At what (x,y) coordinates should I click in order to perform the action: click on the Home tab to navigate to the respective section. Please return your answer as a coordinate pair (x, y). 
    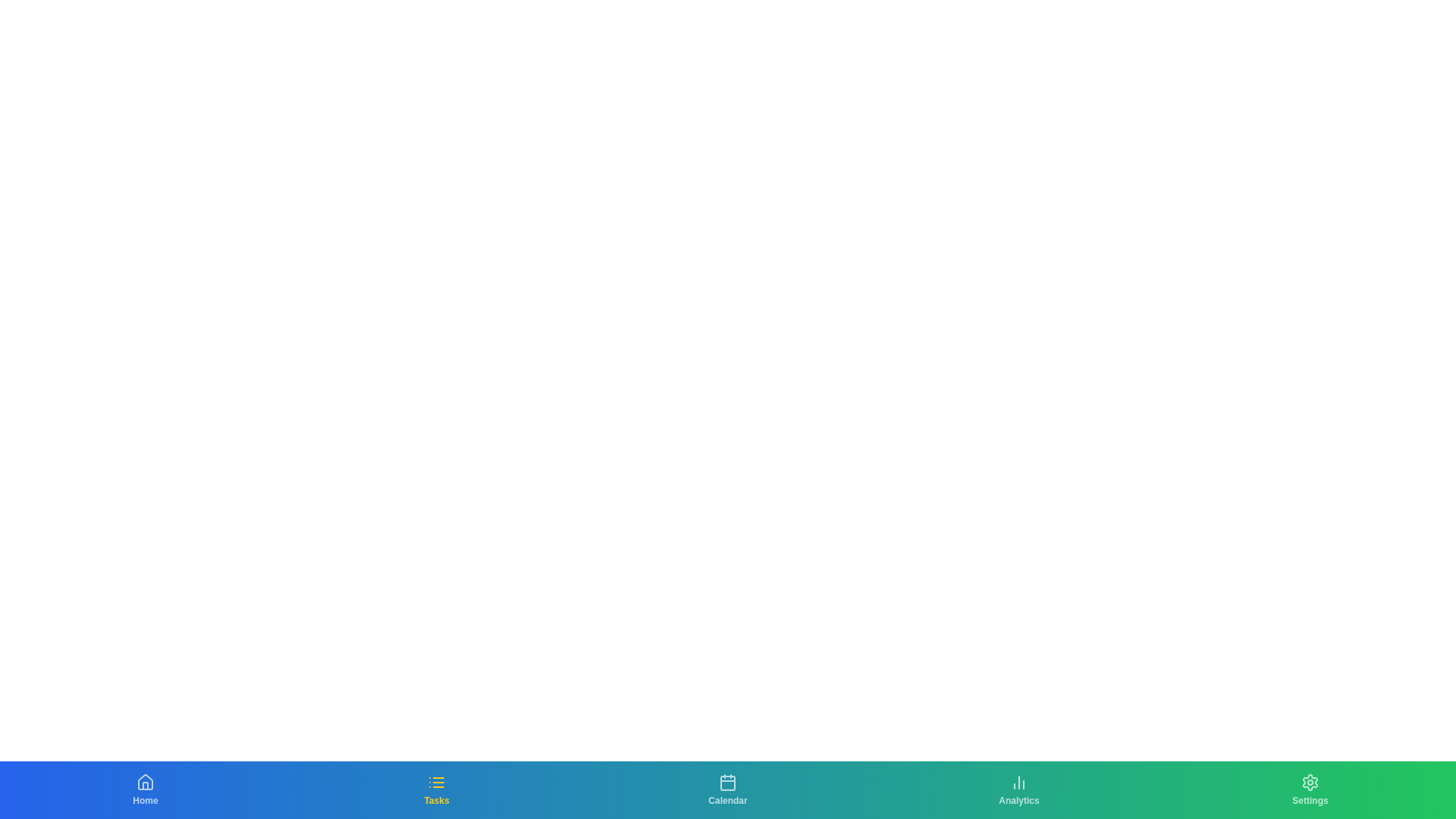
    Looking at the image, I should click on (146, 789).